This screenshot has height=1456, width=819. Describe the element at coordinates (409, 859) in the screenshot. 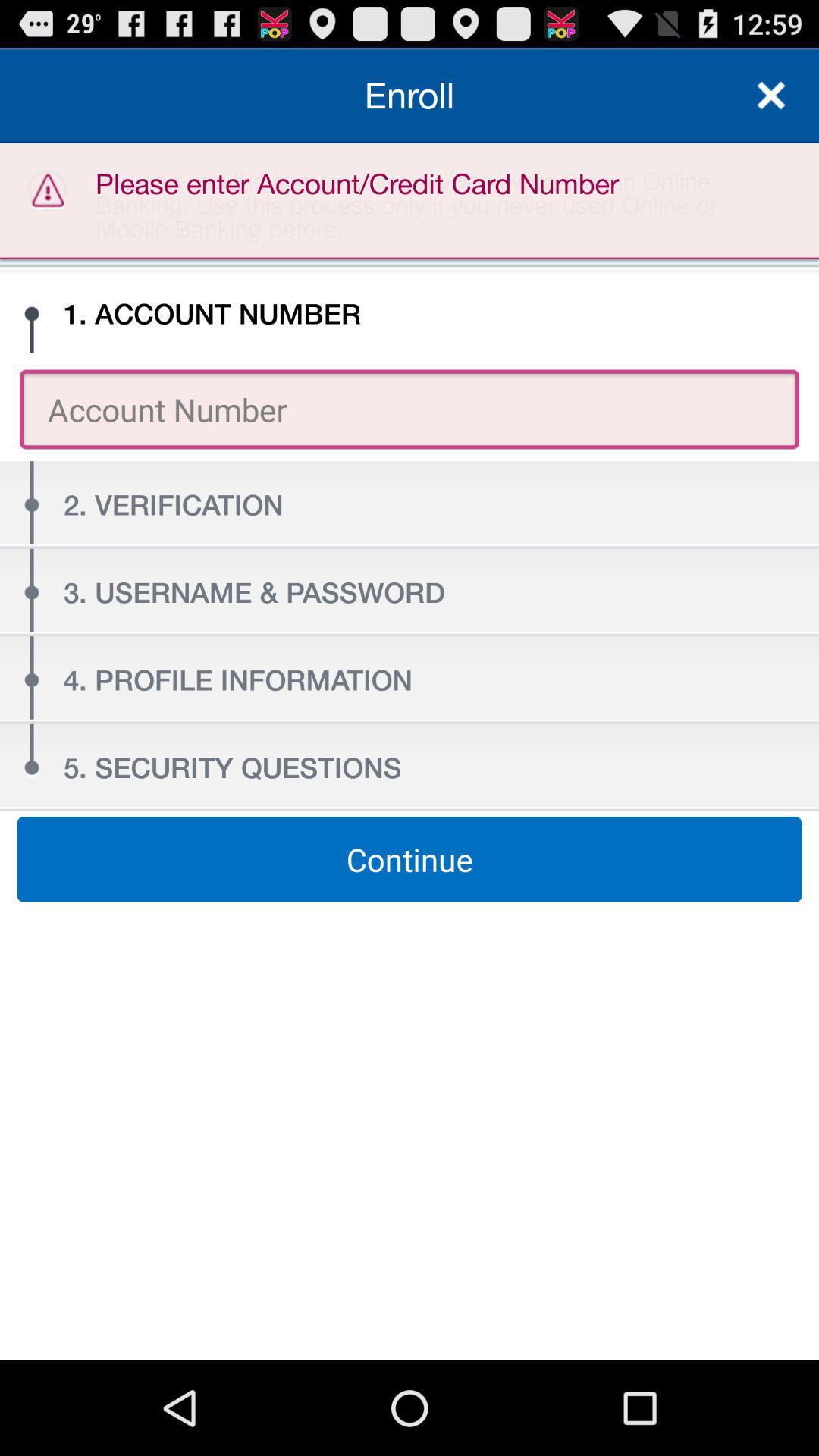

I see `the item below the 5. security questions icon` at that location.